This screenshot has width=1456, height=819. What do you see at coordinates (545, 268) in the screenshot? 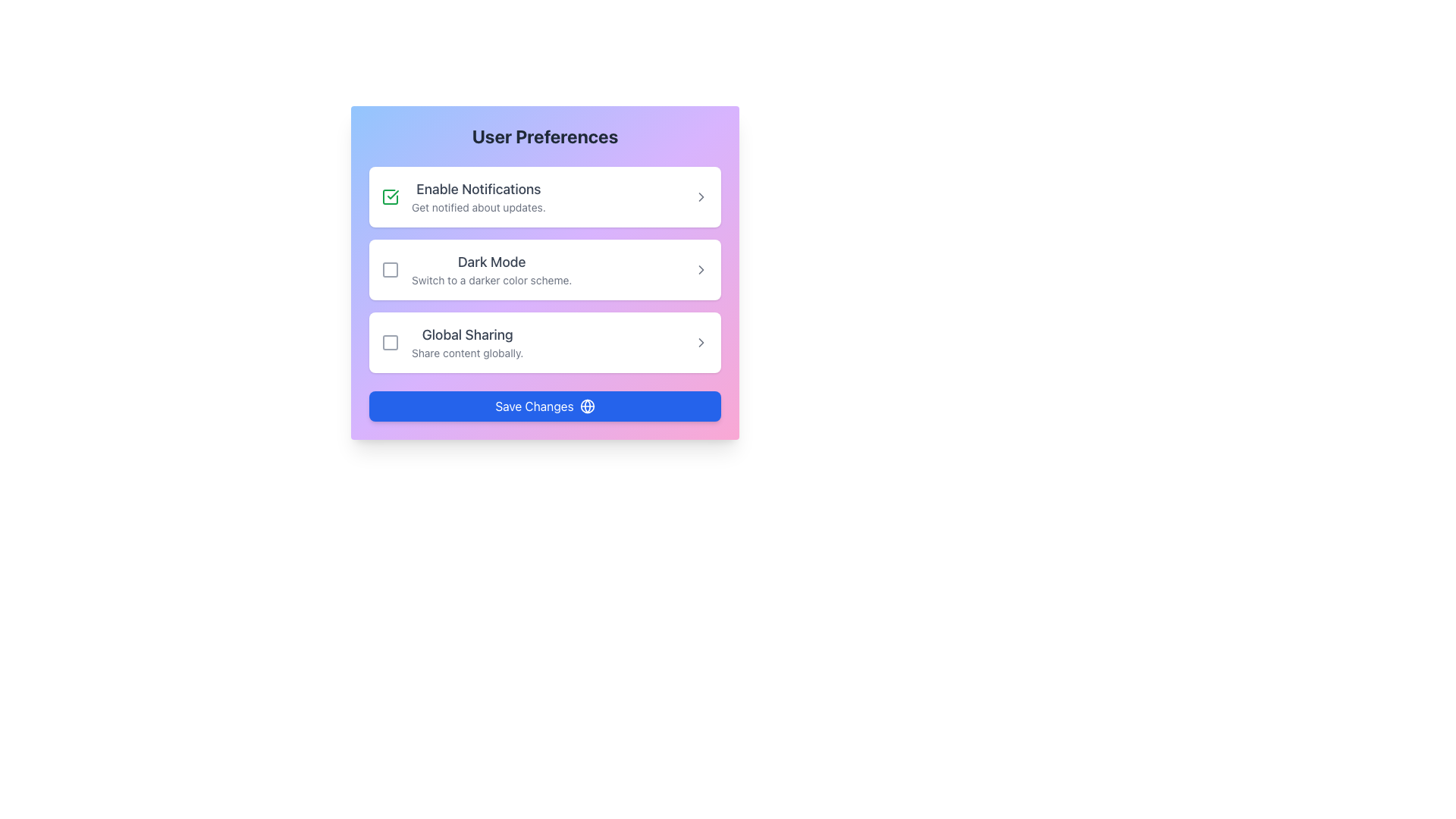
I see `the checkbox toggle for dark mode located in the 'User Preferences' modal` at bounding box center [545, 268].